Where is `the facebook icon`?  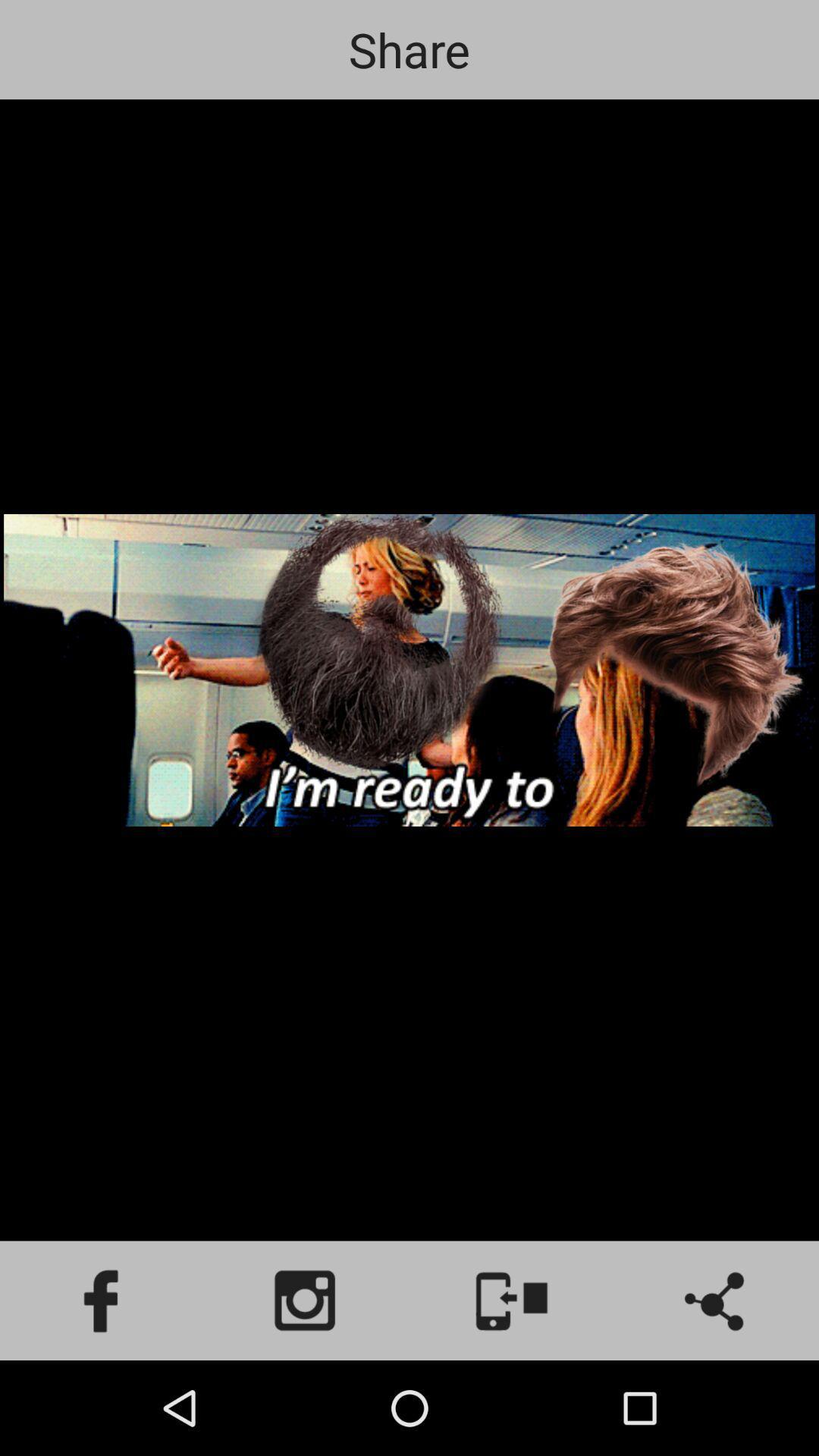
the facebook icon is located at coordinates (102, 1300).